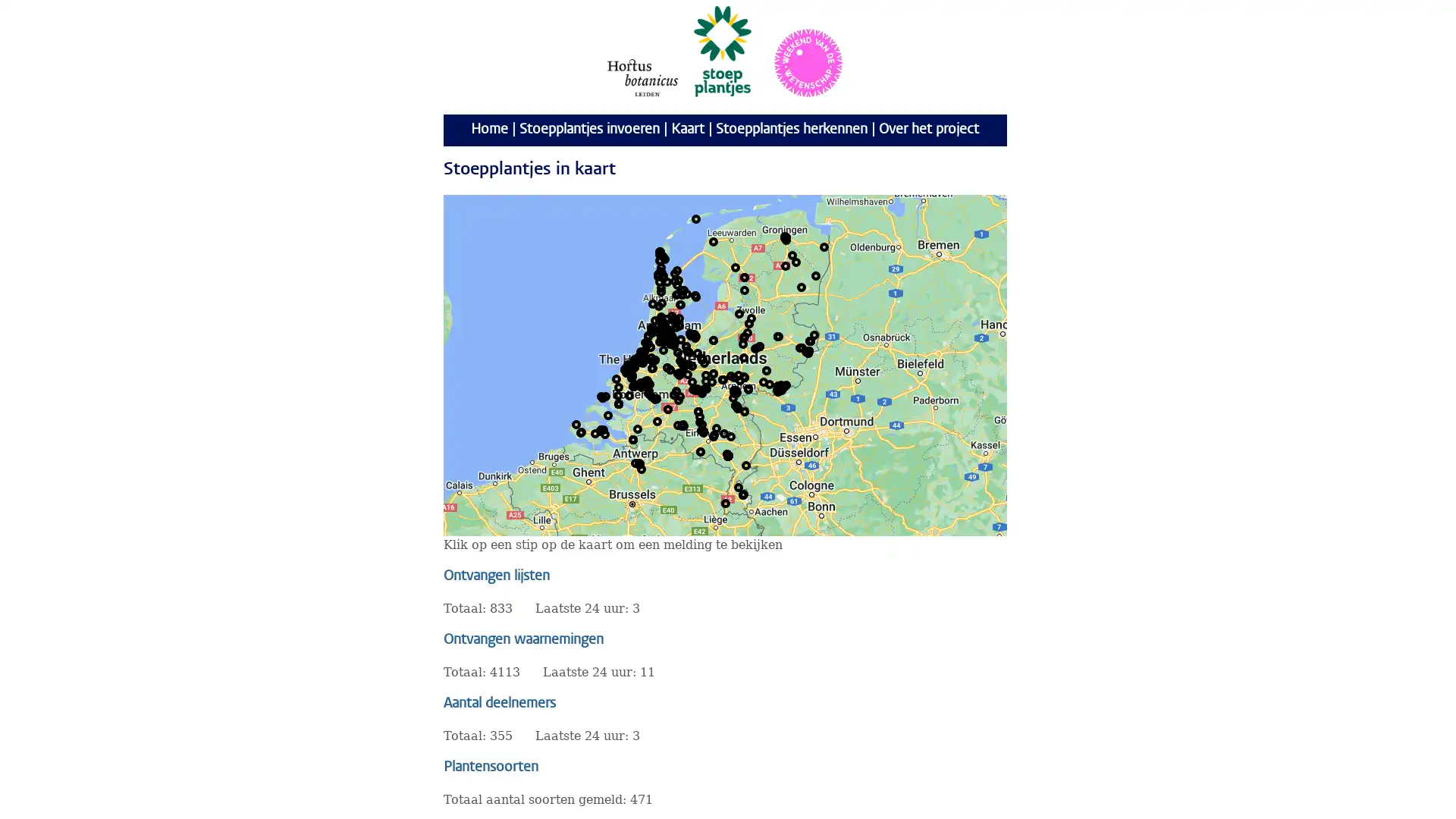 The image size is (1456, 819). I want to click on Telling van op 12 november 2021, so click(659, 259).